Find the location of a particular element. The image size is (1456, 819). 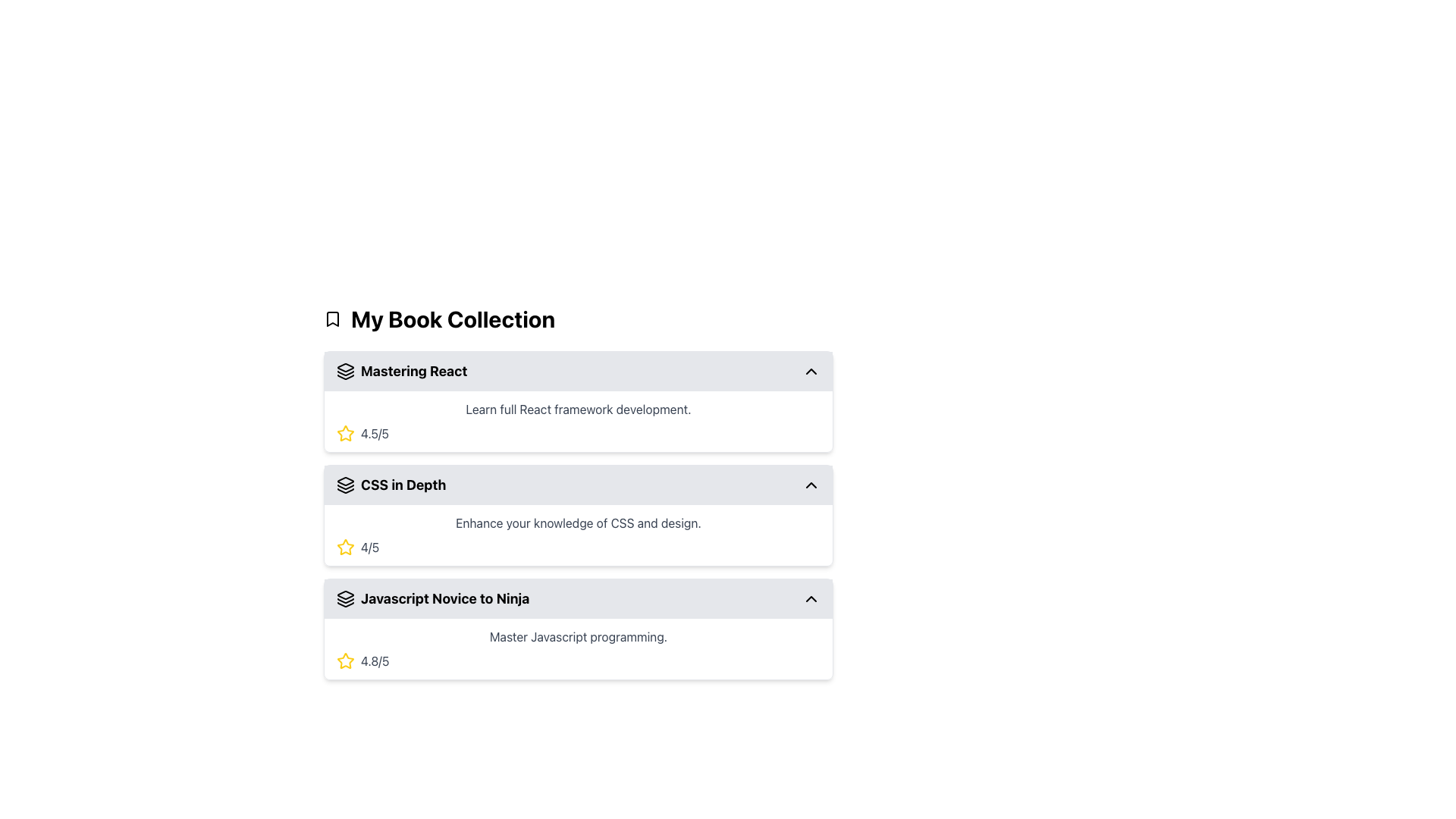

text of the 'Mastering React' label, which is the first item in the 'My Book Collection' list and styled in bold next to a decorative icon is located at coordinates (414, 371).